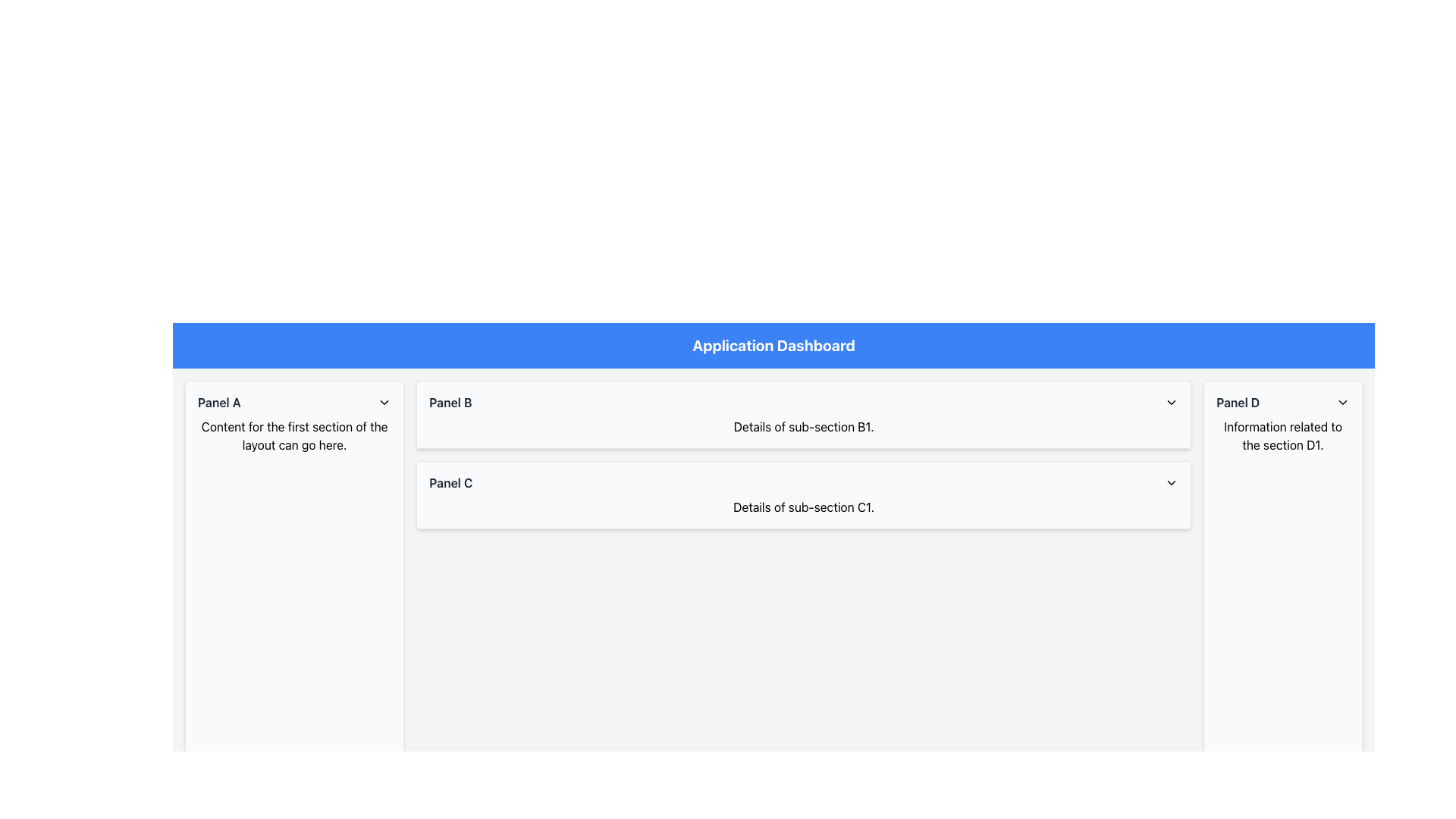 Image resolution: width=1456 pixels, height=819 pixels. Describe the element at coordinates (773, 345) in the screenshot. I see `label of the header element that has a blue background and displays the text 'Application Dashboard' prominently at the top of the layout` at that location.